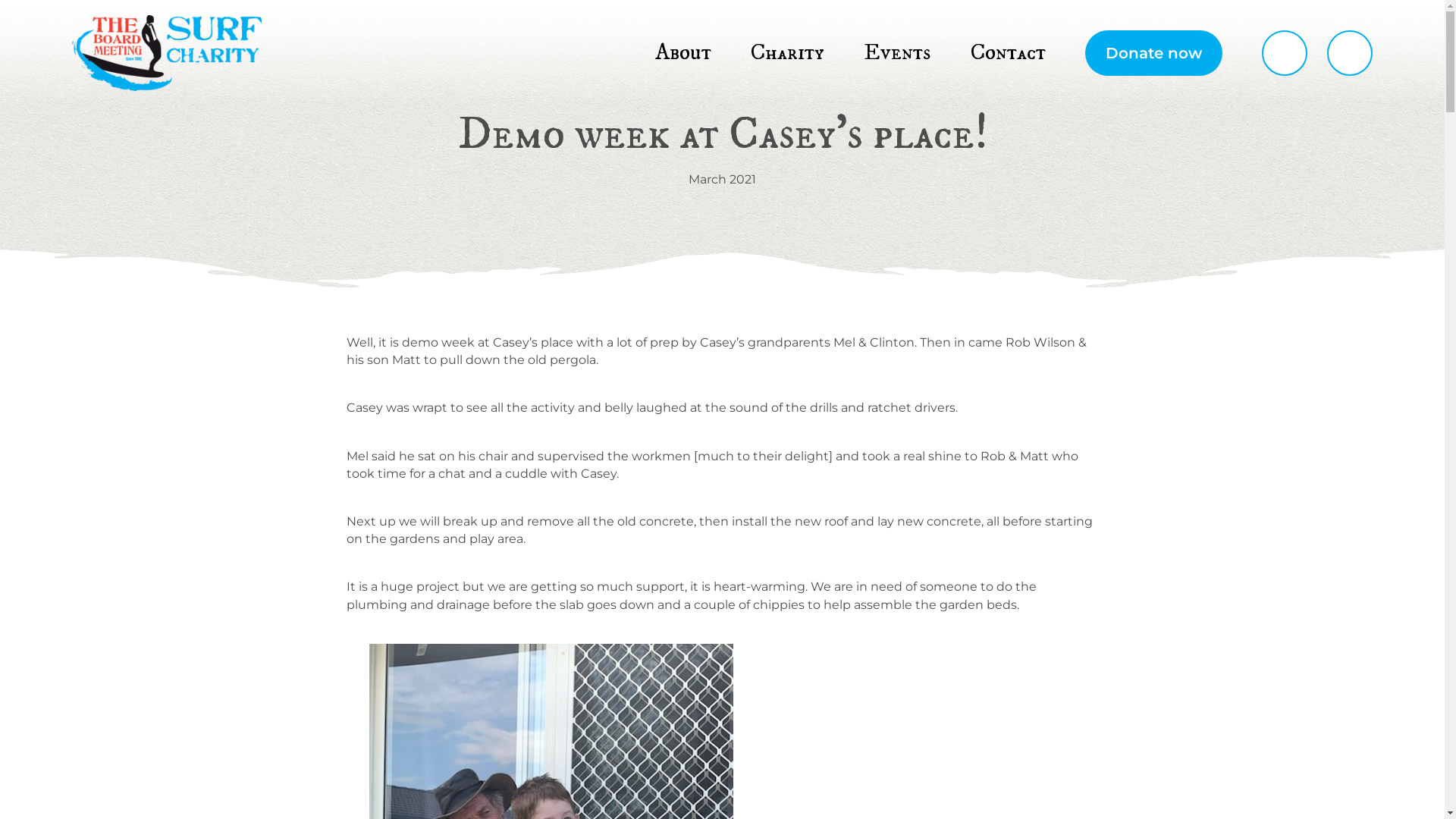  Describe the element at coordinates (1153, 52) in the screenshot. I see `'Donate now'` at that location.